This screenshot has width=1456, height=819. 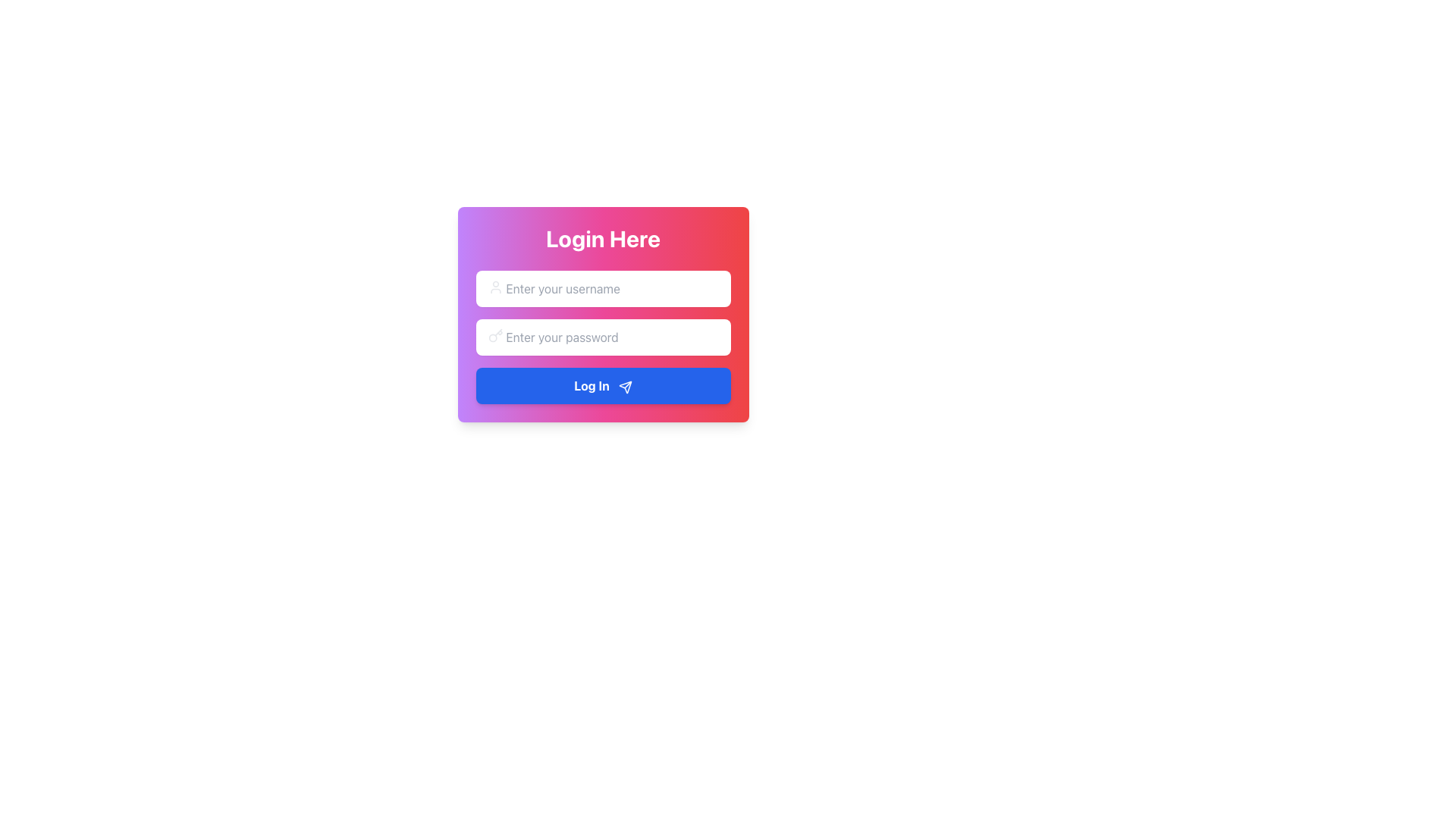 I want to click on the password input field located below the username field and above the Log In button in the 'Login Here' section to focus the field, so click(x=602, y=336).